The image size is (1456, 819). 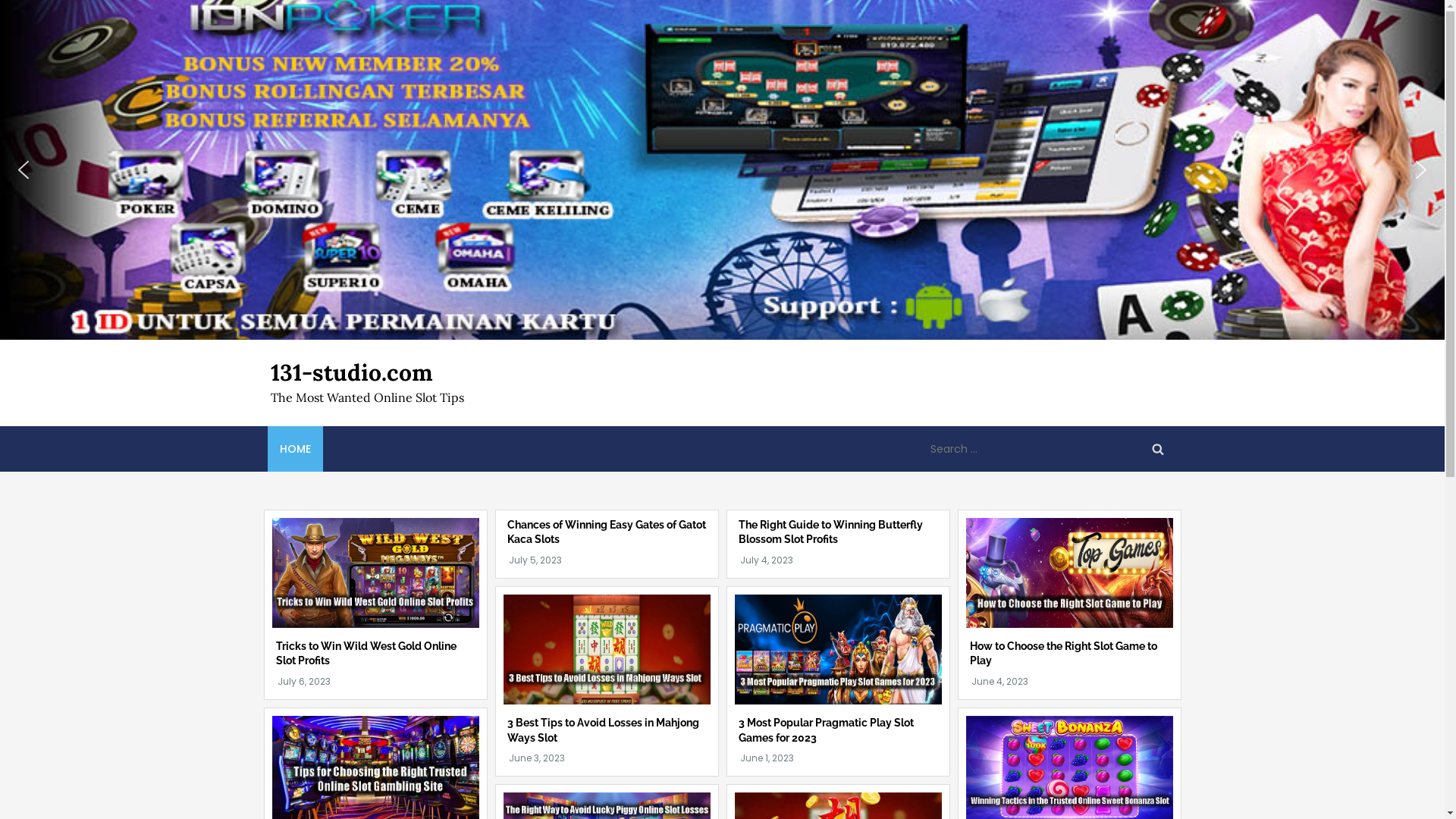 What do you see at coordinates (1062, 652) in the screenshot?
I see `'How to Choose the Right Slot Game to Play'` at bounding box center [1062, 652].